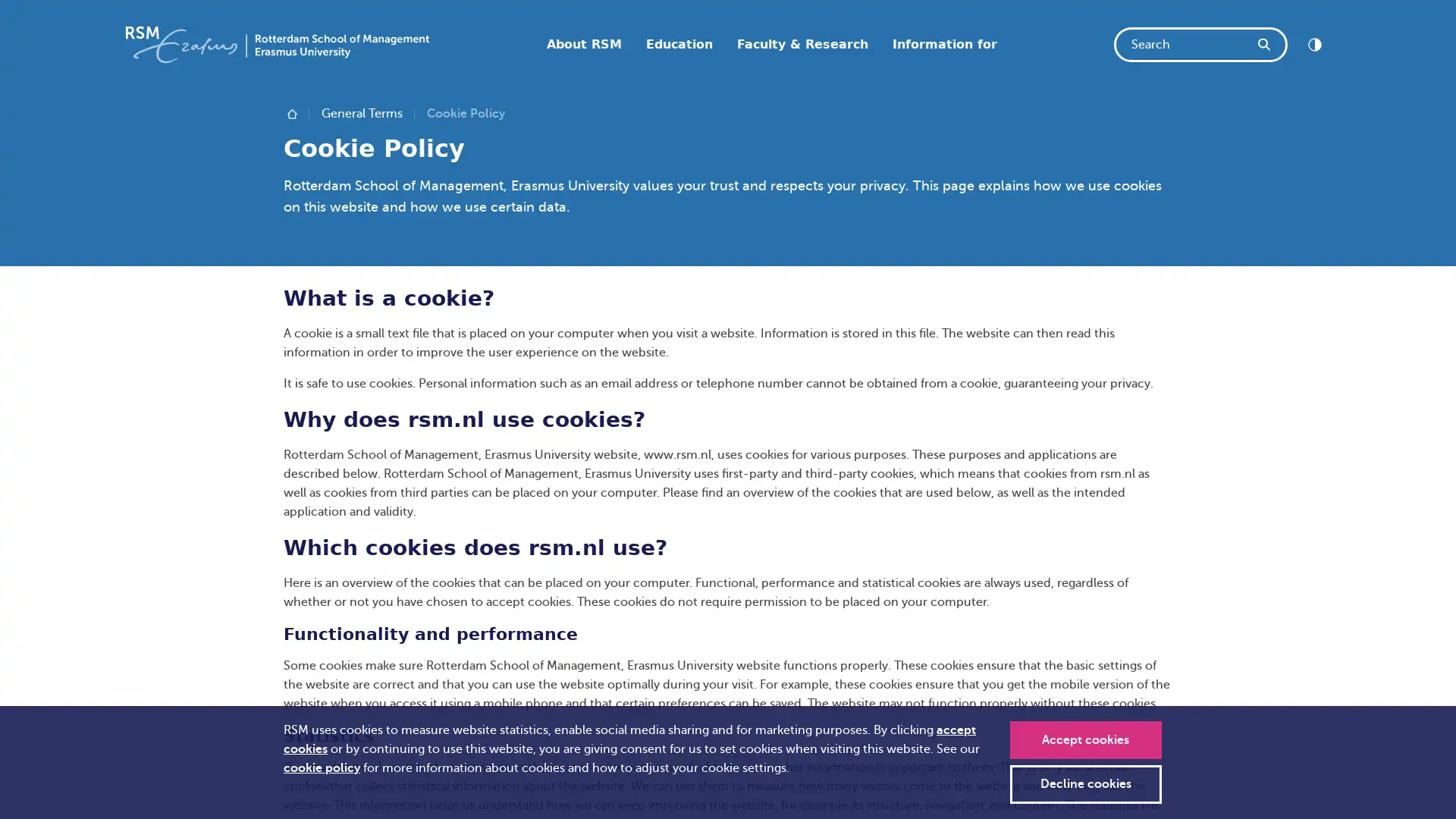 This screenshot has width=1456, height=819. I want to click on Click to set high contrast Contrast off, so click(1313, 43).